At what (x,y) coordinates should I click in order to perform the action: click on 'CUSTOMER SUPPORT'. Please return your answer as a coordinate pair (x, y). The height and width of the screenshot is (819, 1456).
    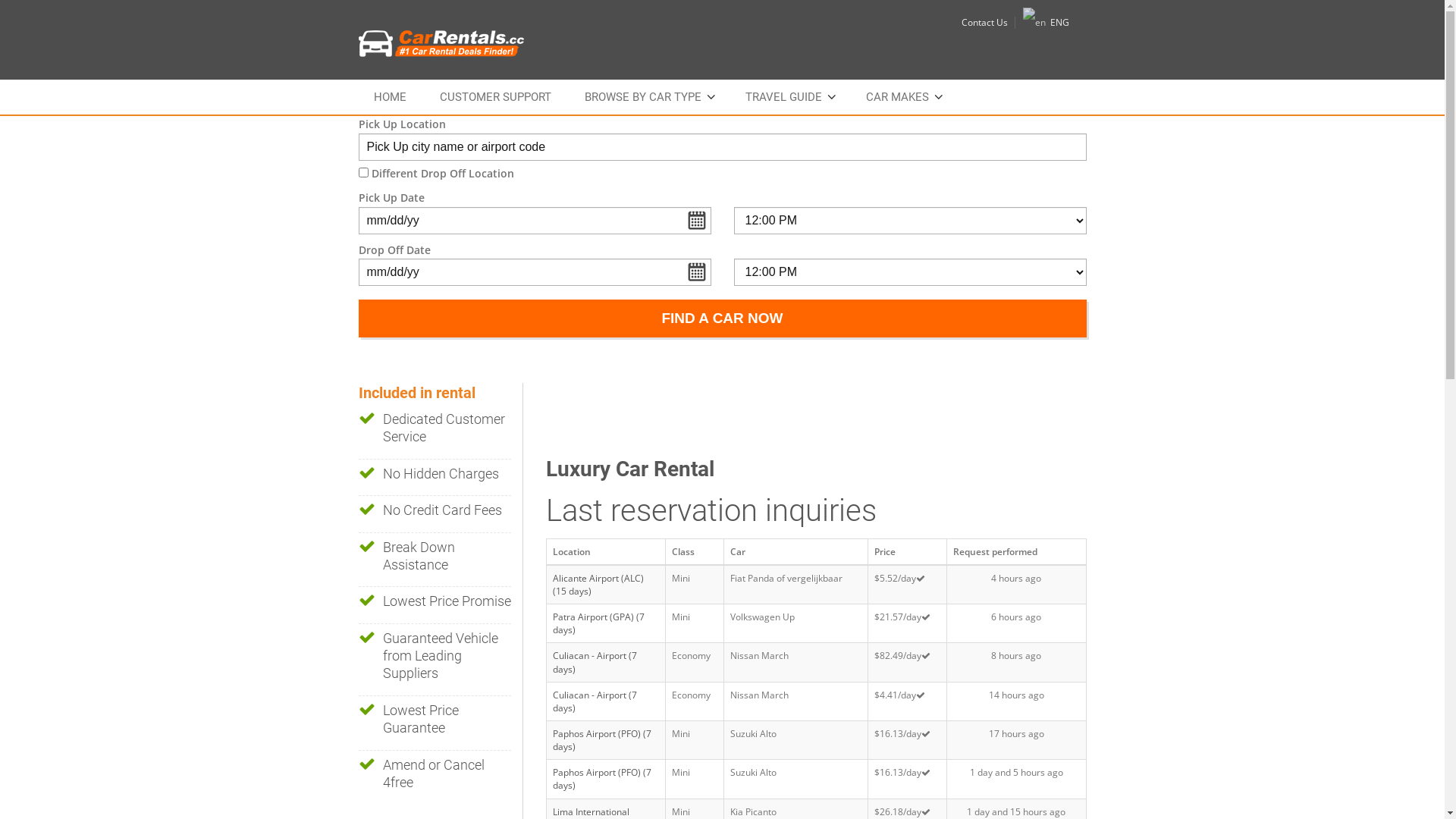
    Looking at the image, I should click on (495, 96).